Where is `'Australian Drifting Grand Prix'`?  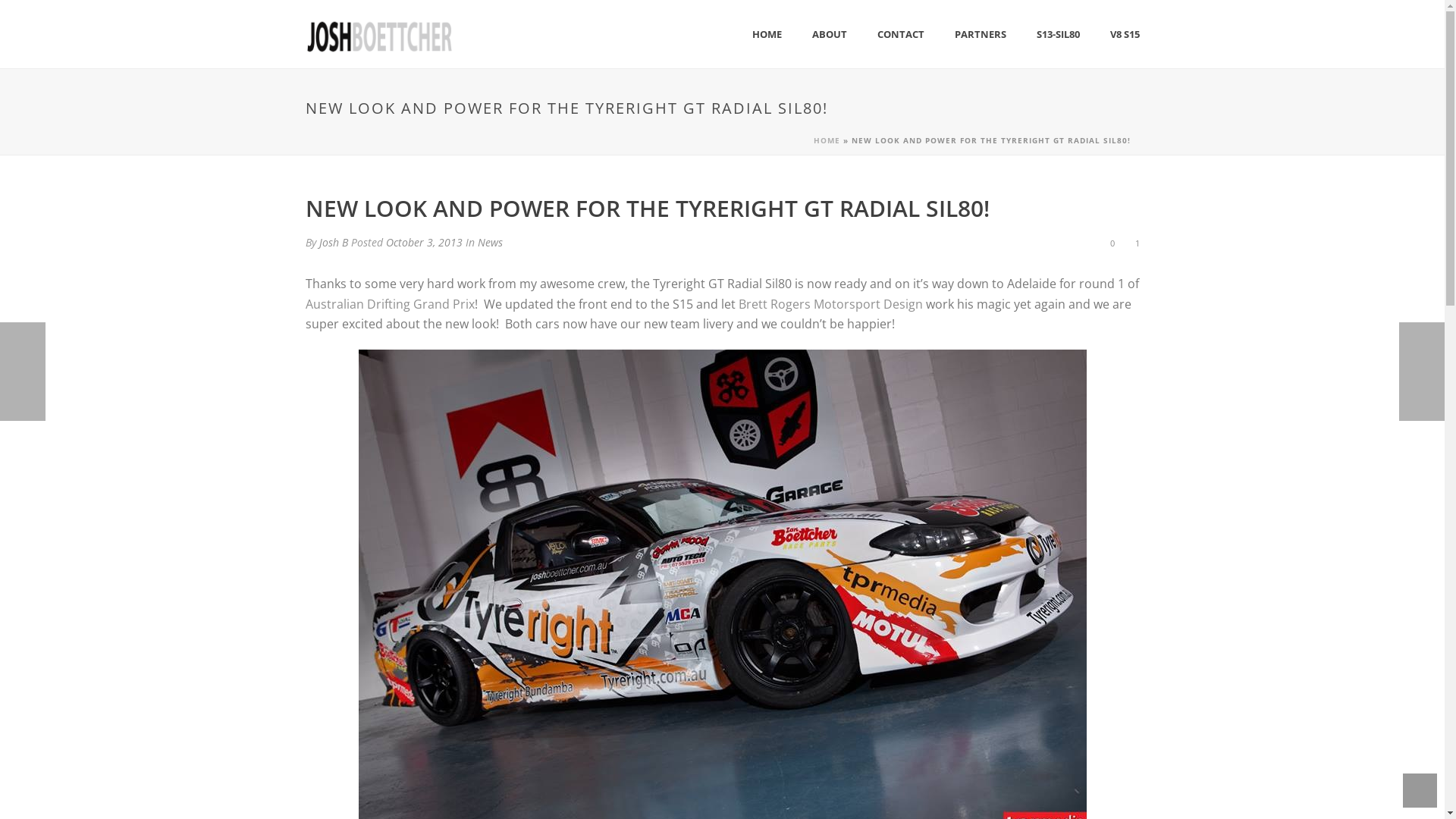
'Australian Drifting Grand Prix' is located at coordinates (389, 304).